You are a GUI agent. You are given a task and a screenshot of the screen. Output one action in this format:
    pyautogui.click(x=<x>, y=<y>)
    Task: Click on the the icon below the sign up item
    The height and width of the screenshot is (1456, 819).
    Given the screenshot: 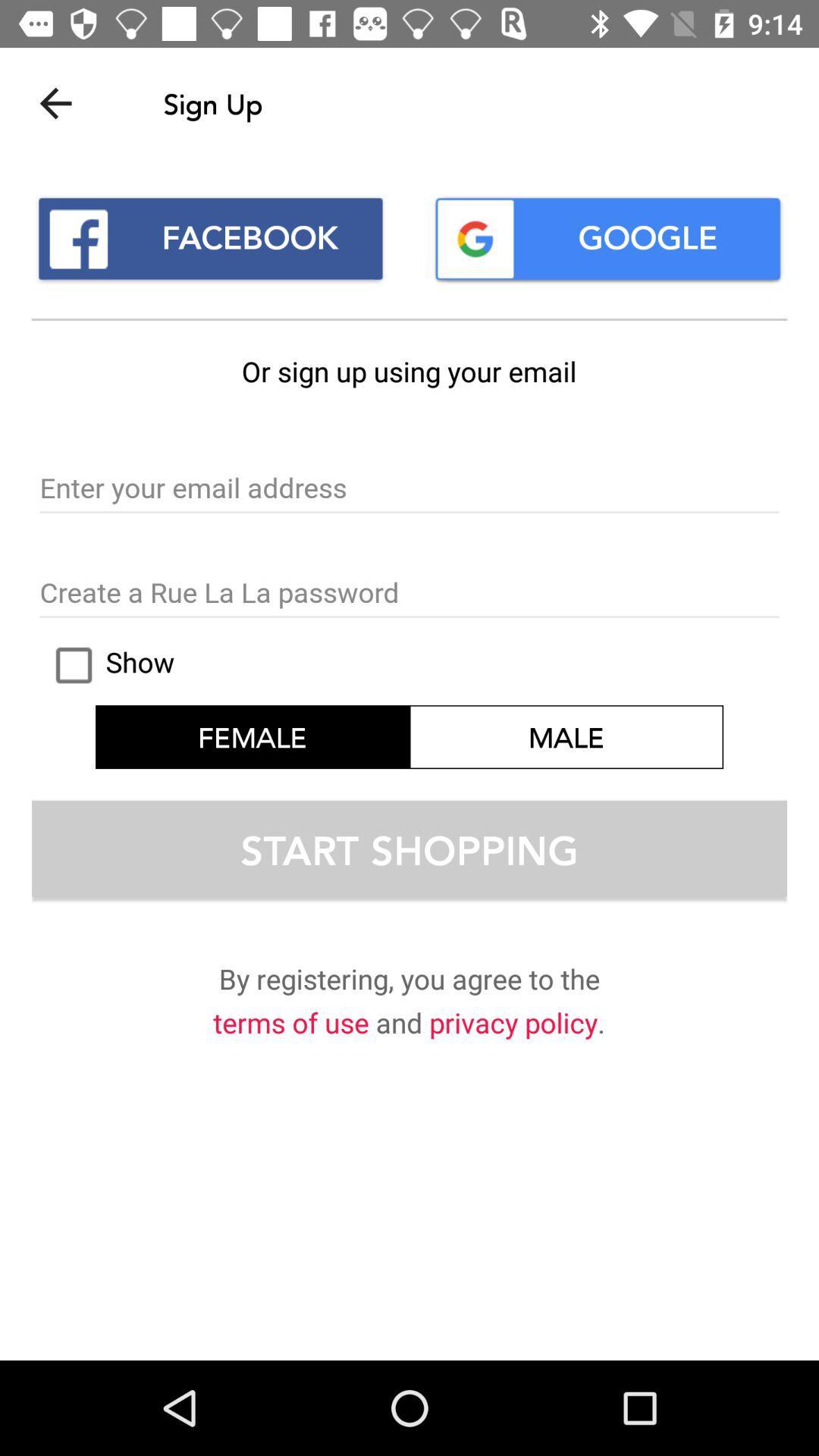 What is the action you would take?
    pyautogui.click(x=607, y=238)
    